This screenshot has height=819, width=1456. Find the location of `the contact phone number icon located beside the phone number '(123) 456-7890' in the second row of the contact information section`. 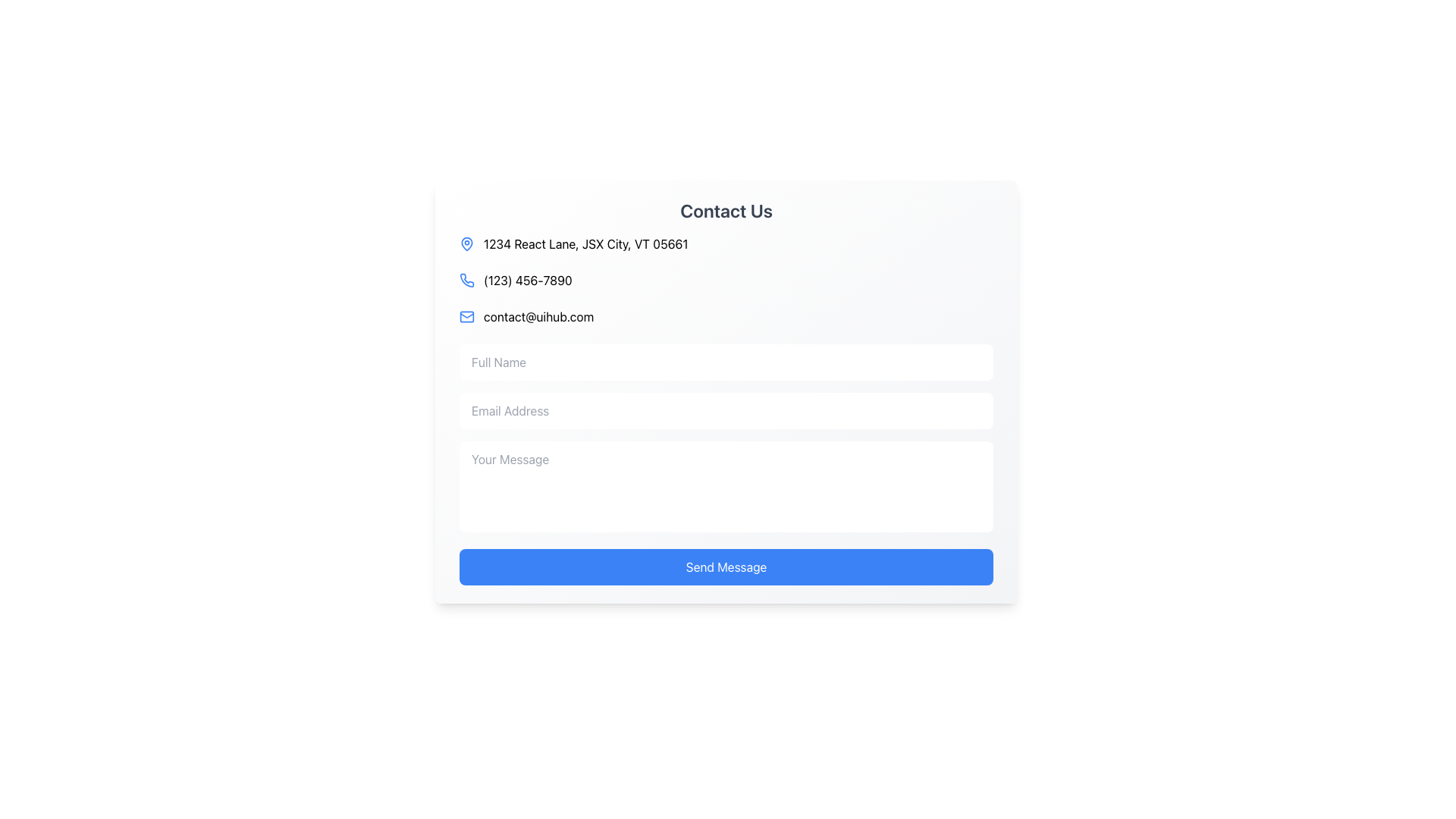

the contact phone number icon located beside the phone number '(123) 456-7890' in the second row of the contact information section is located at coordinates (466, 281).